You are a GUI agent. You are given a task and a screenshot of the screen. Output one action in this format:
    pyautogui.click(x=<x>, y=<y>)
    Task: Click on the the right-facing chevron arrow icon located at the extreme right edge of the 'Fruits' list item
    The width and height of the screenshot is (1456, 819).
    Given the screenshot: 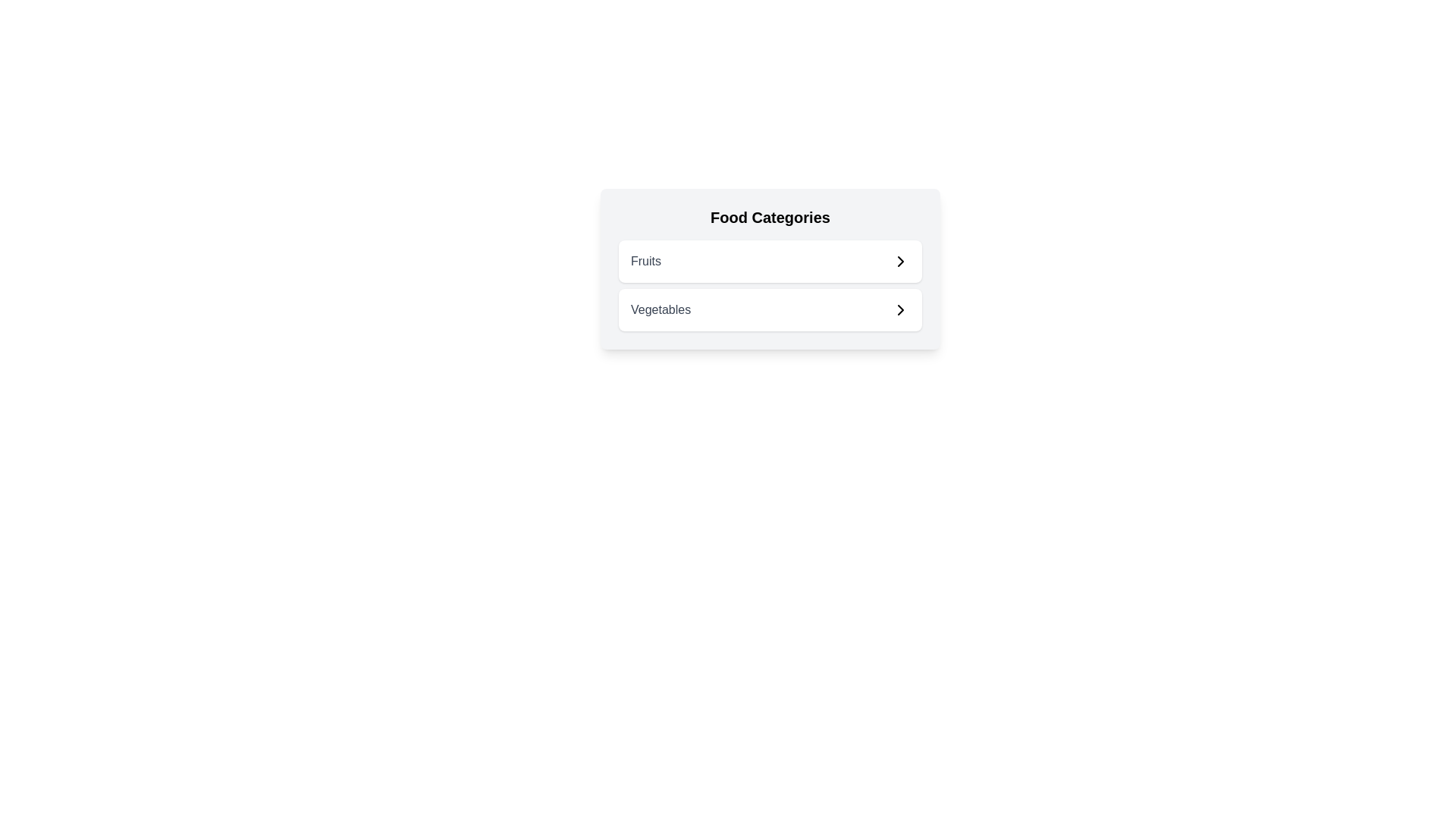 What is the action you would take?
    pyautogui.click(x=901, y=260)
    